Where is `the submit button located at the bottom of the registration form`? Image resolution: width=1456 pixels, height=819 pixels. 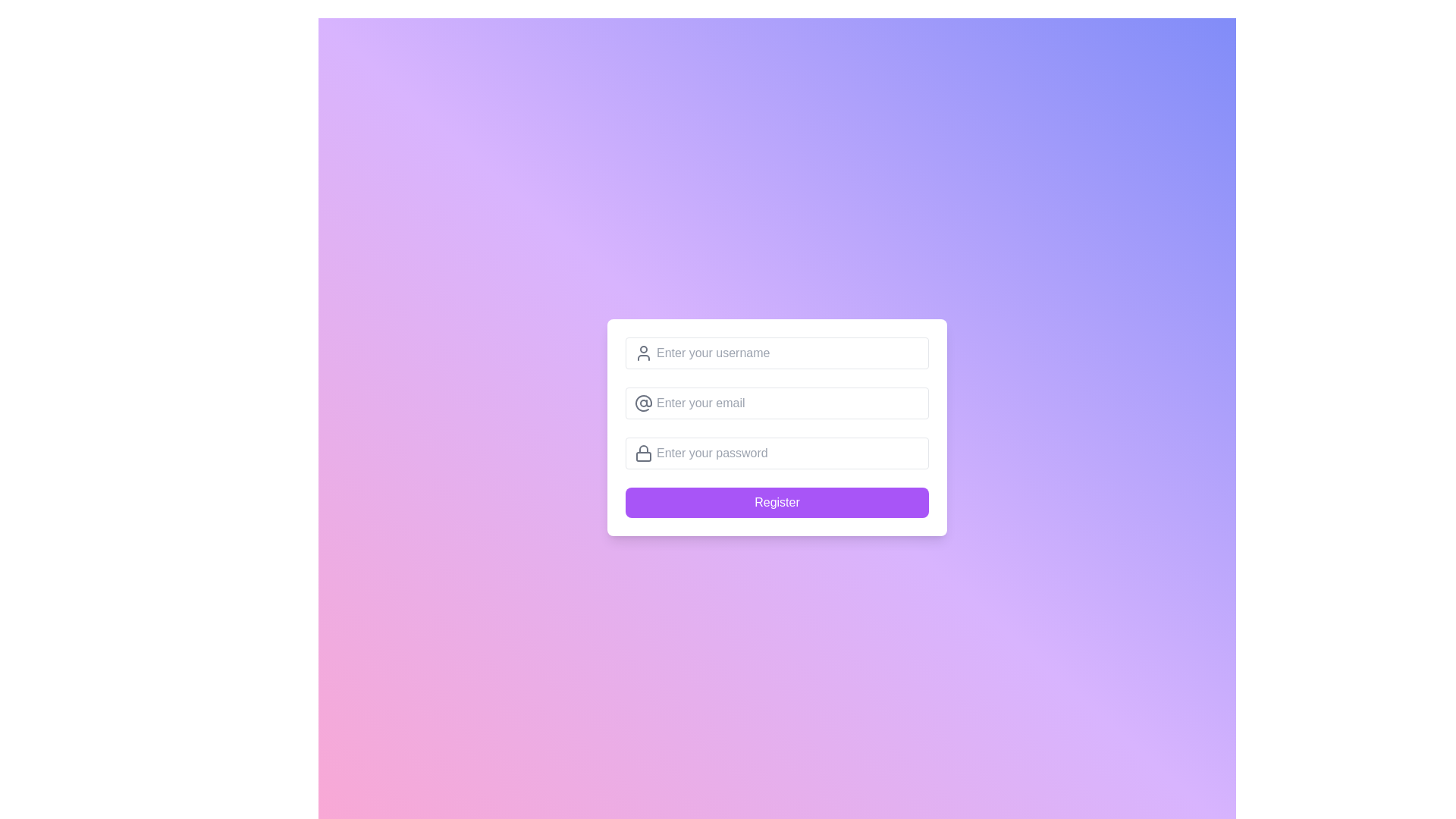
the submit button located at the bottom of the registration form is located at coordinates (777, 503).